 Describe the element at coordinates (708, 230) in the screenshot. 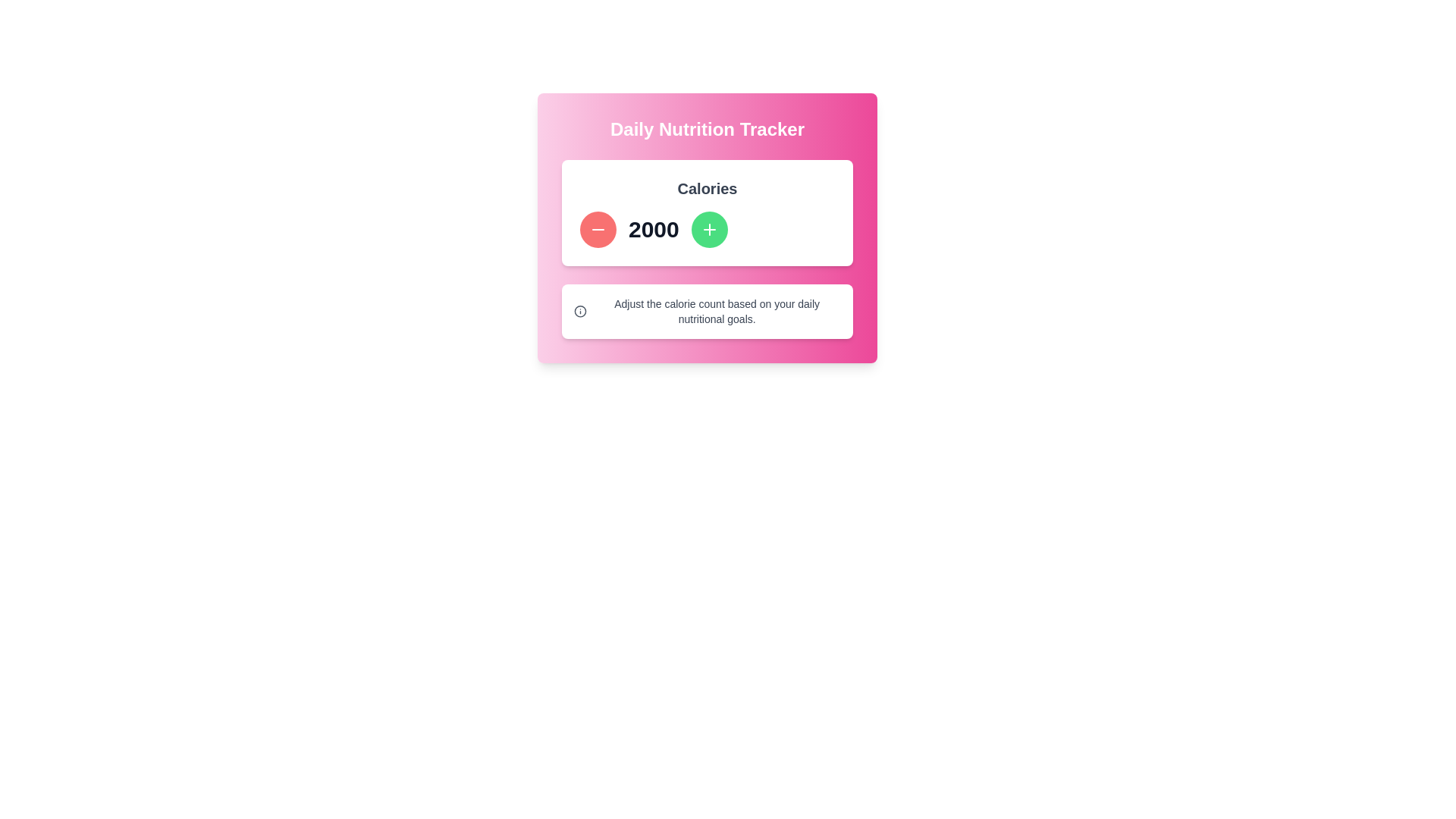

I see `the green circular button with a white plus icon, located to the right of the number '2000', to increment the value` at that location.